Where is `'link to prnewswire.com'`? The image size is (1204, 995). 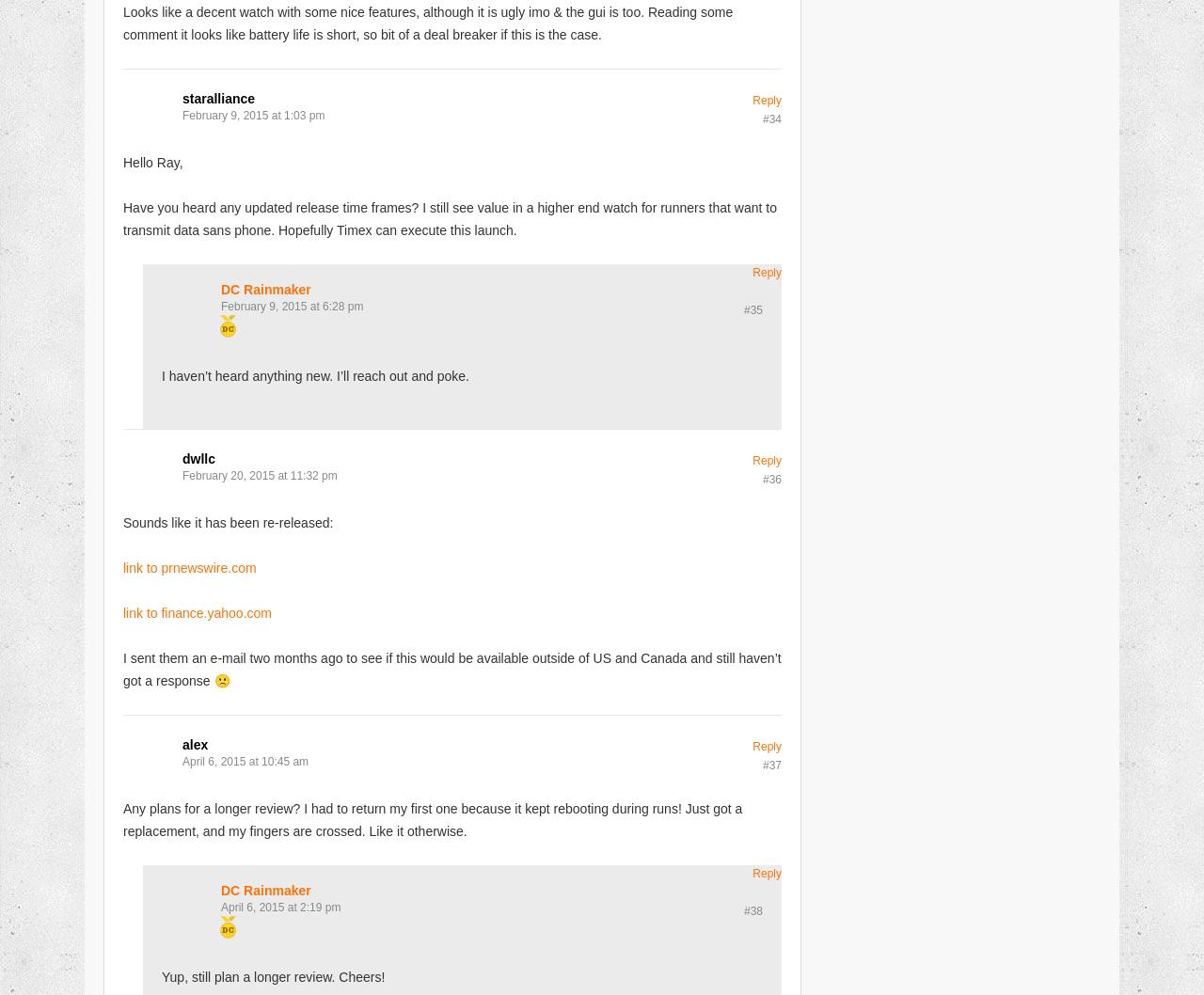 'link to prnewswire.com' is located at coordinates (189, 566).